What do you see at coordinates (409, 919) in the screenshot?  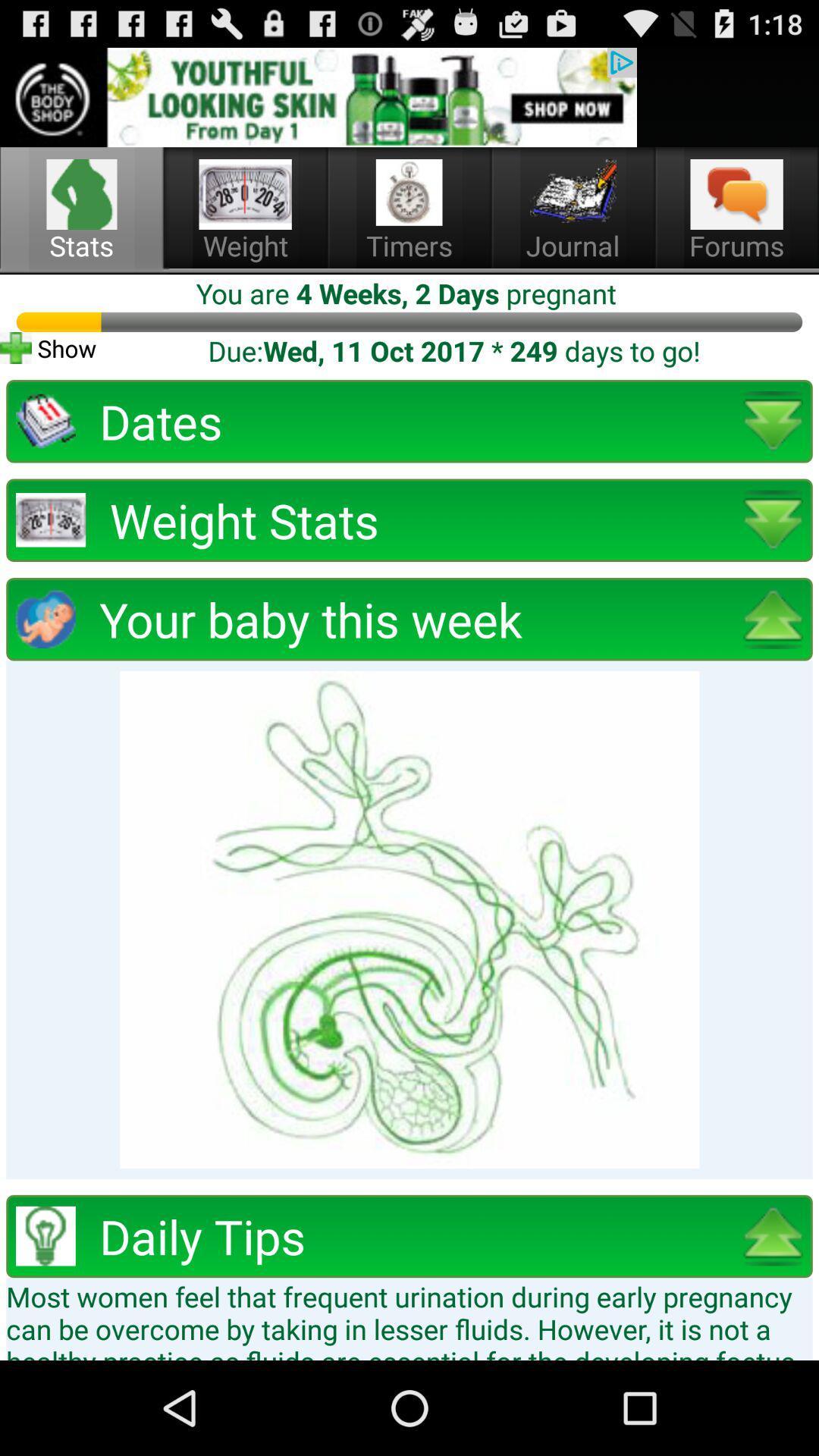 I see `view image` at bounding box center [409, 919].